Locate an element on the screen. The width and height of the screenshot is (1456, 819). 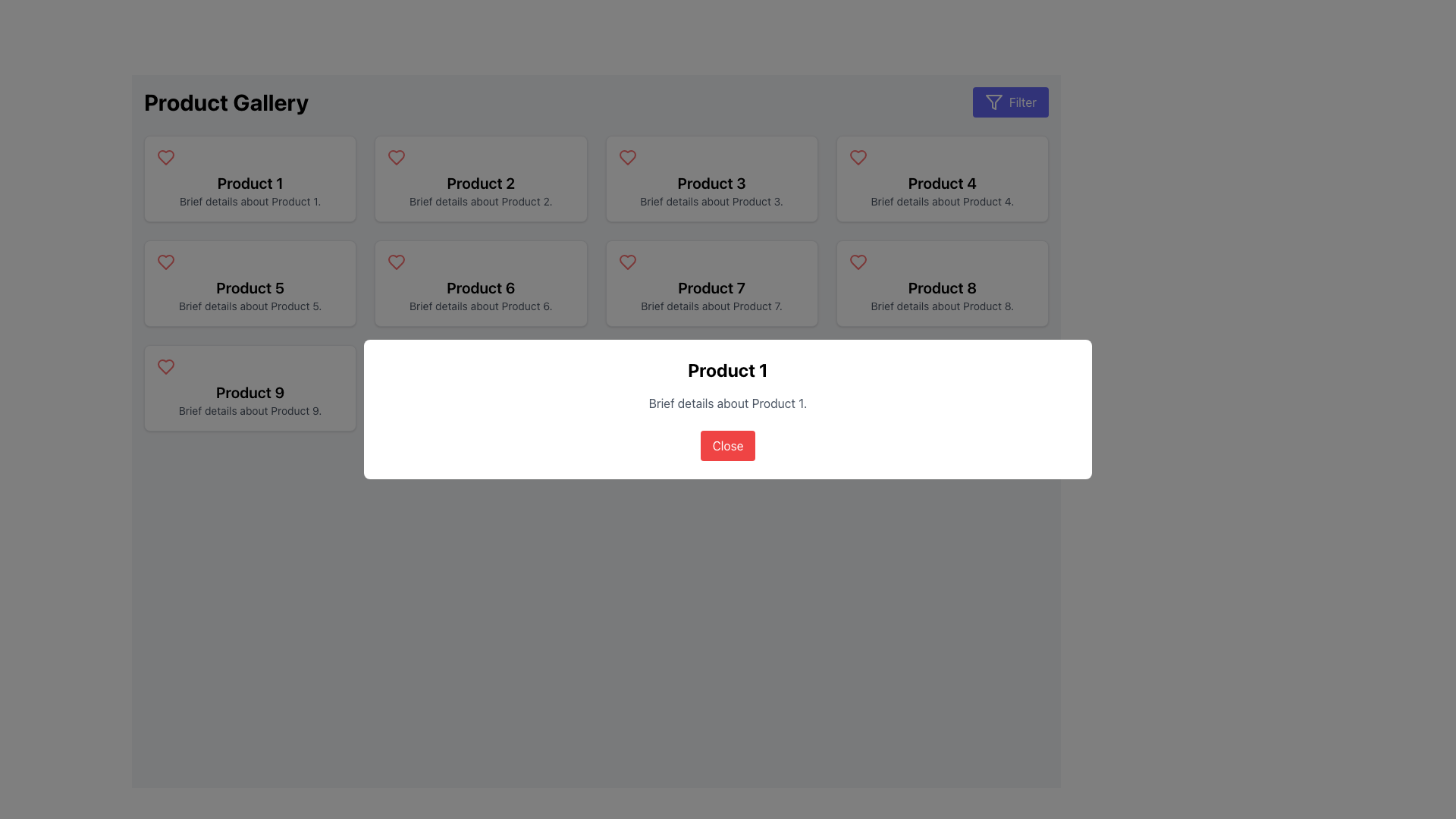
the product title text label located in the third column and second row of the grid layout is located at coordinates (941, 183).